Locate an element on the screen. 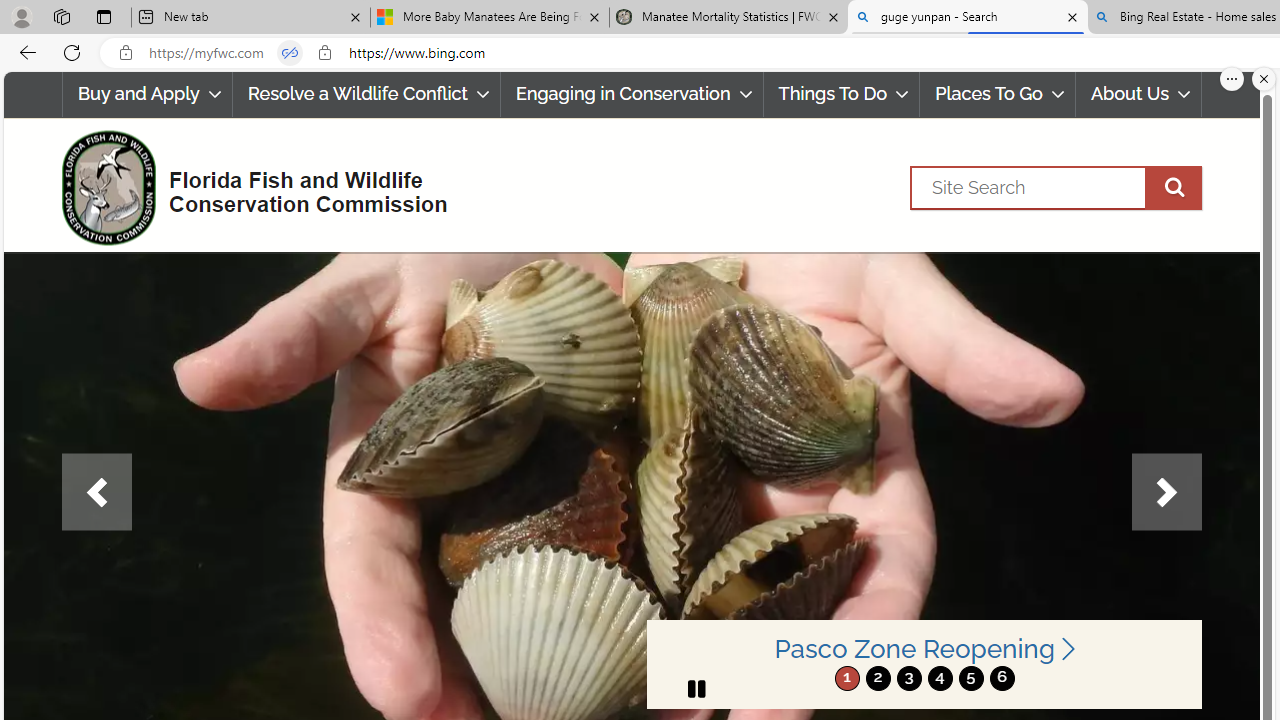  'About Us' is located at coordinates (1139, 94).